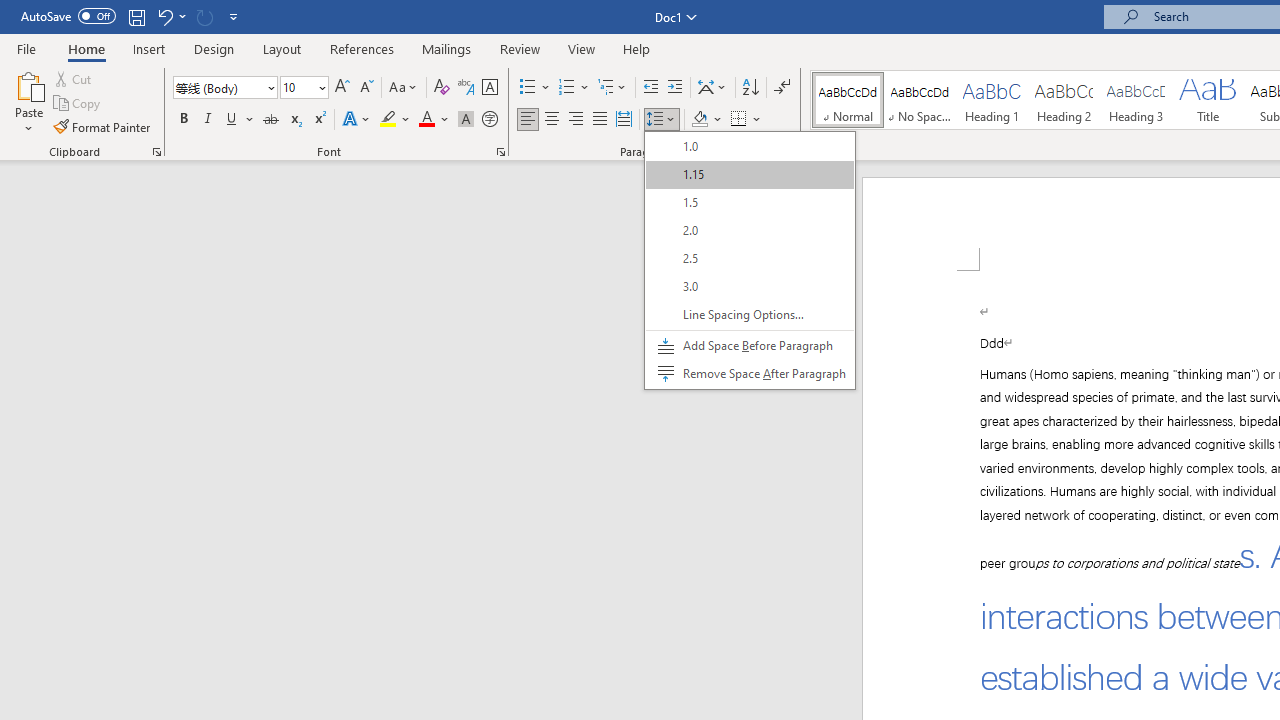  Describe the element at coordinates (650, 86) in the screenshot. I see `'Decrease Indent'` at that location.